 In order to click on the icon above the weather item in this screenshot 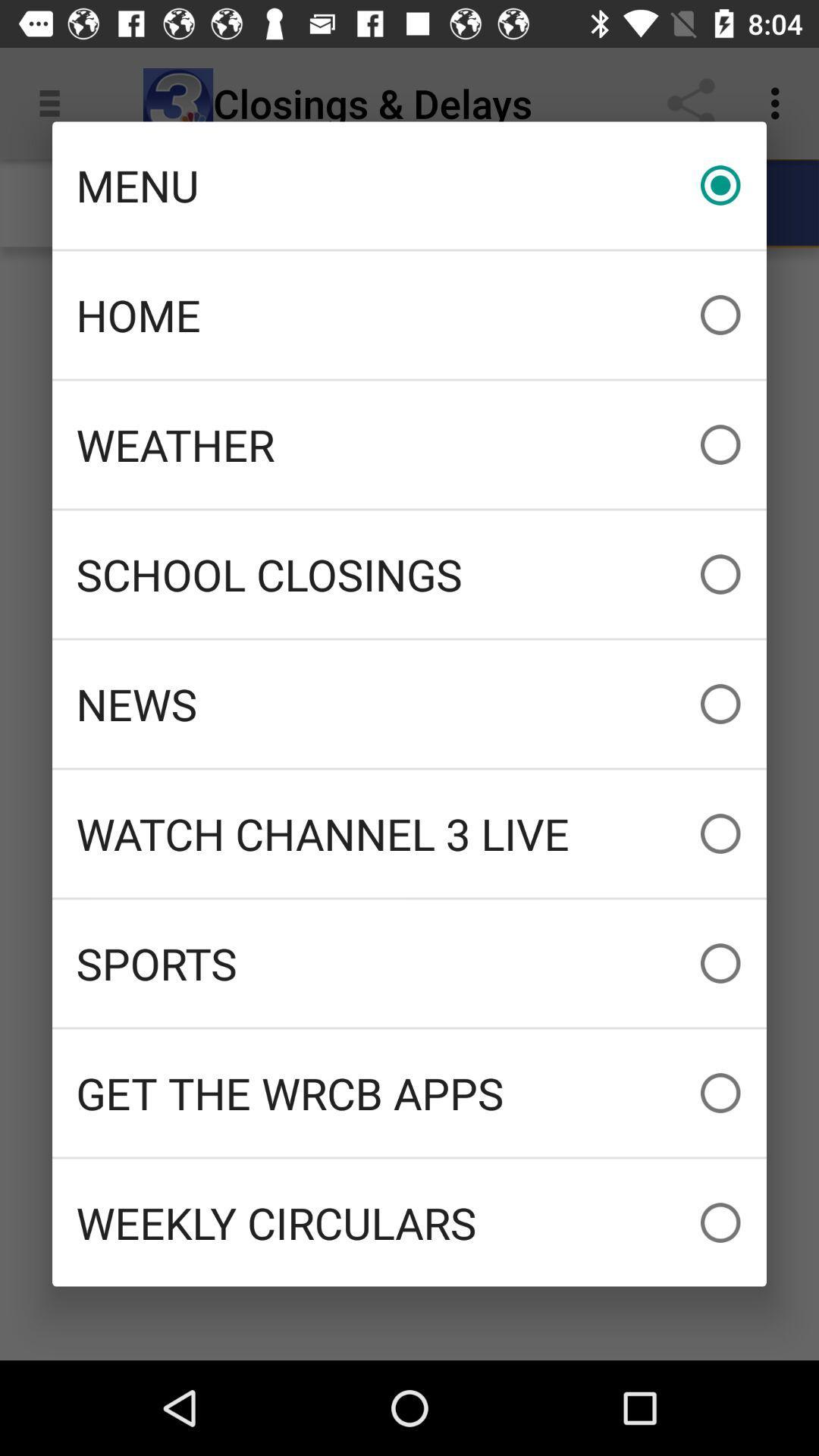, I will do `click(409, 314)`.